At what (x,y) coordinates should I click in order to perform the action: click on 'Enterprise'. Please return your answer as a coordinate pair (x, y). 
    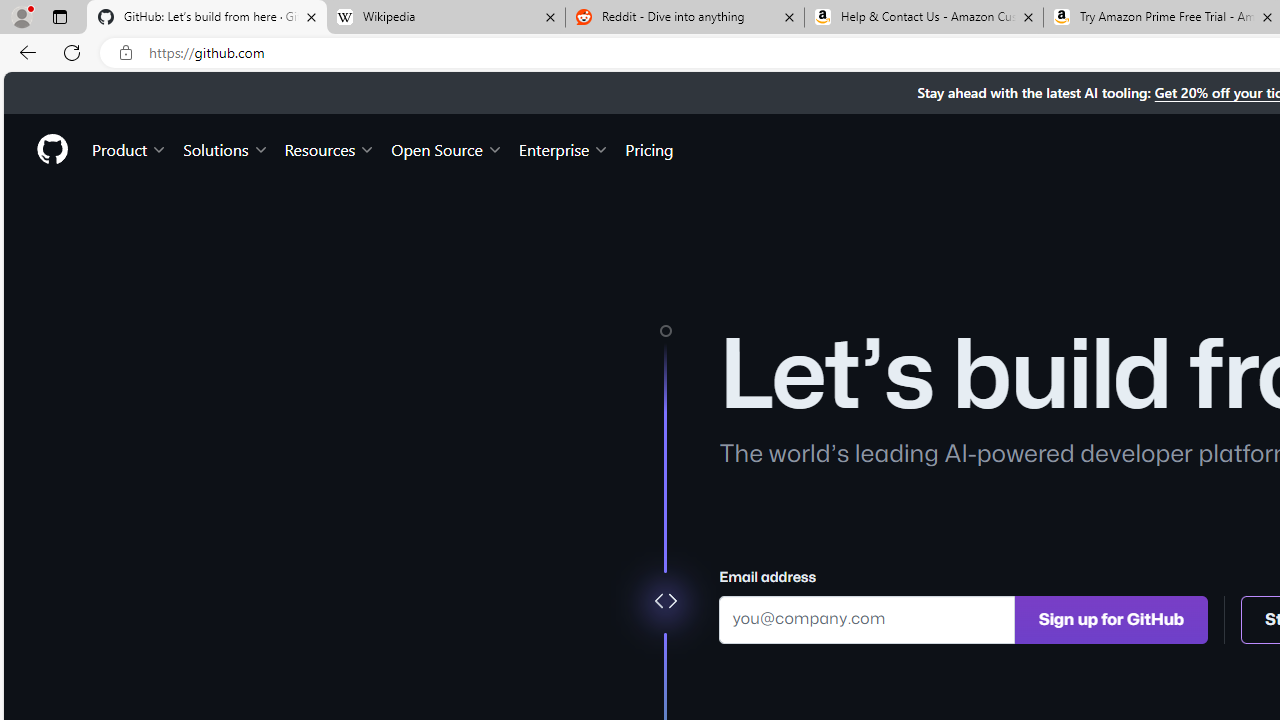
    Looking at the image, I should click on (562, 148).